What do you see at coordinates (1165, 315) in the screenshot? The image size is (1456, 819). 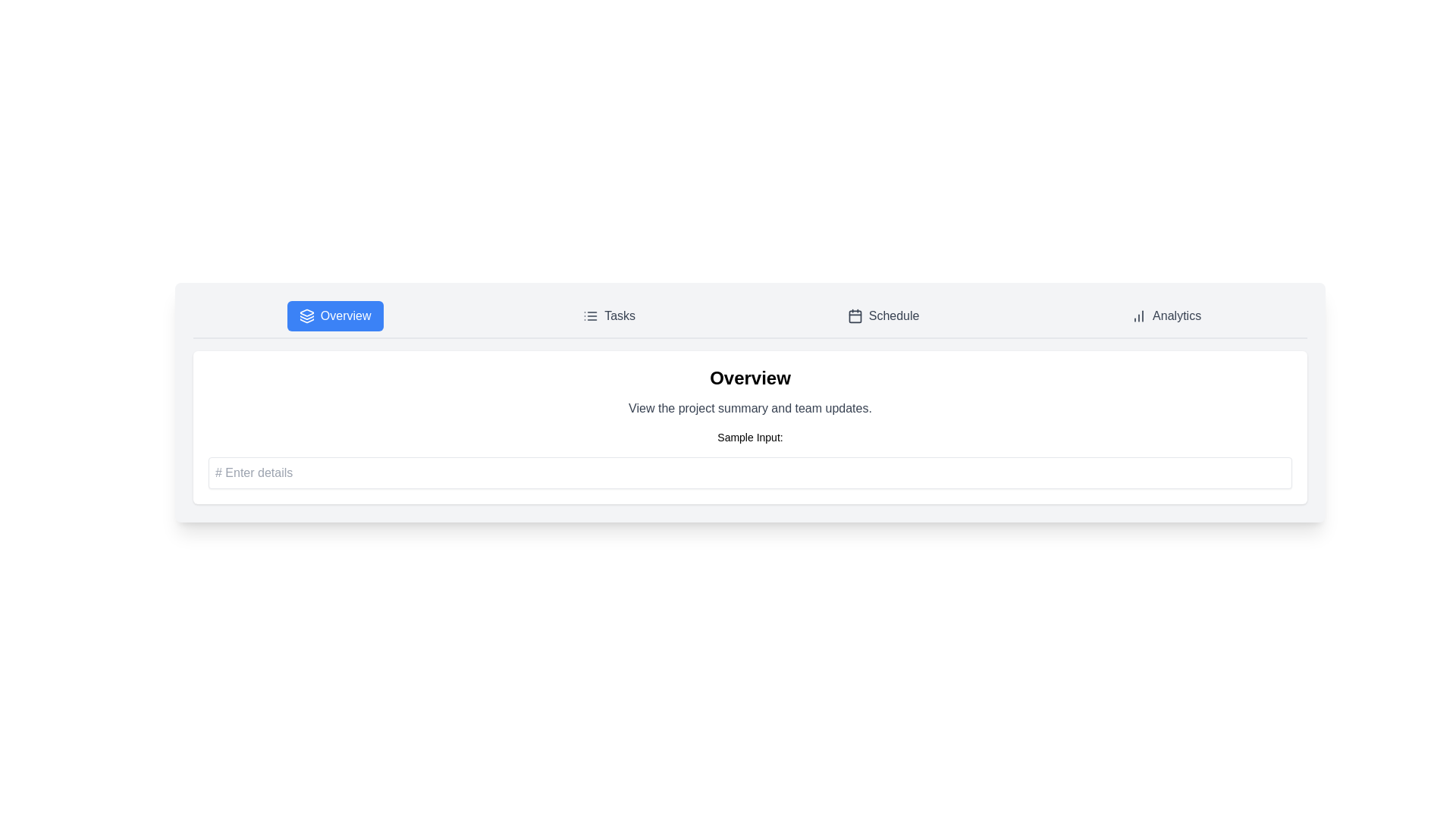 I see `the tab labeled Analytics` at bounding box center [1165, 315].